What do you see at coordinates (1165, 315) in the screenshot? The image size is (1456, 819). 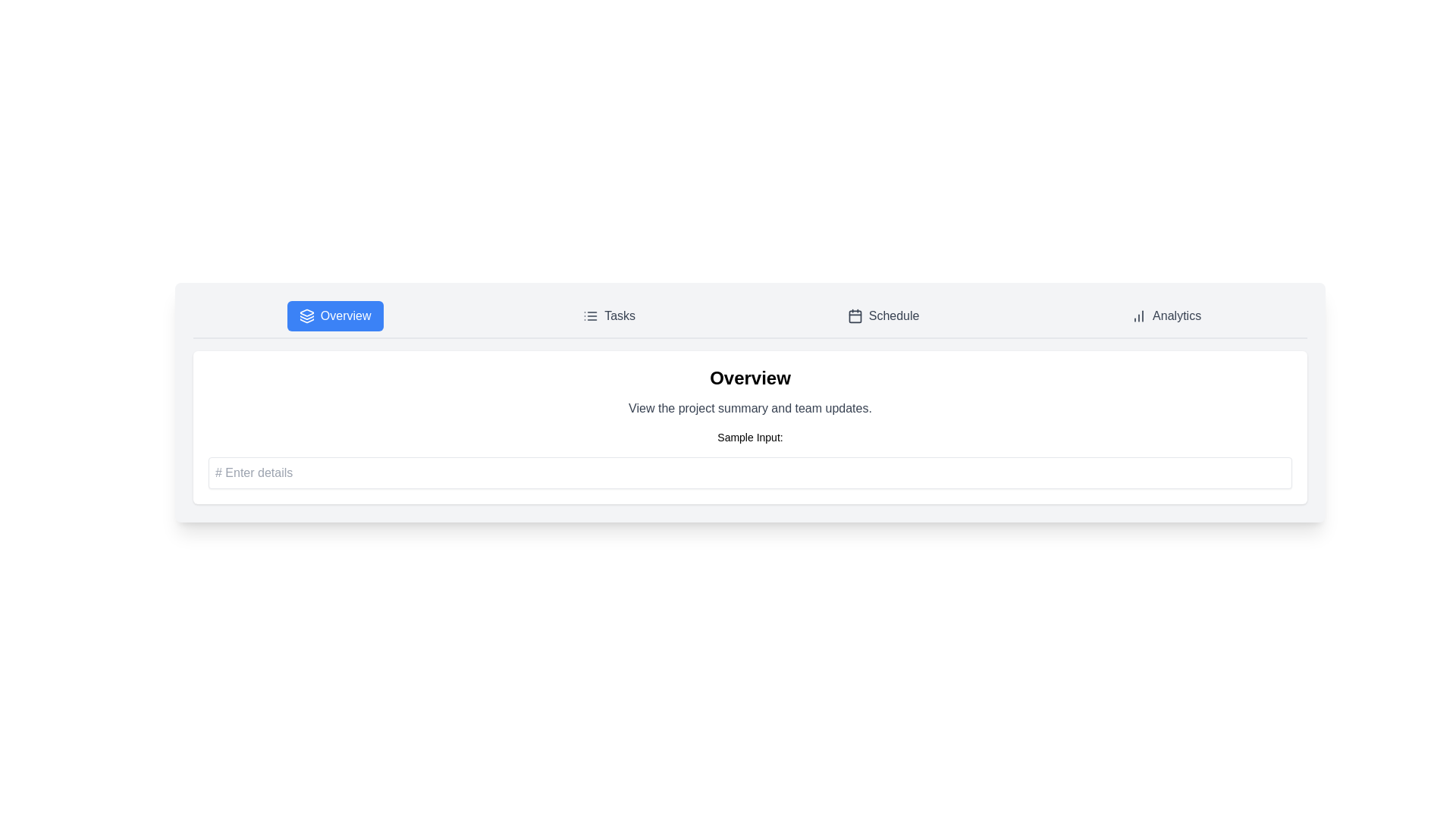 I see `the tab labeled Analytics` at bounding box center [1165, 315].